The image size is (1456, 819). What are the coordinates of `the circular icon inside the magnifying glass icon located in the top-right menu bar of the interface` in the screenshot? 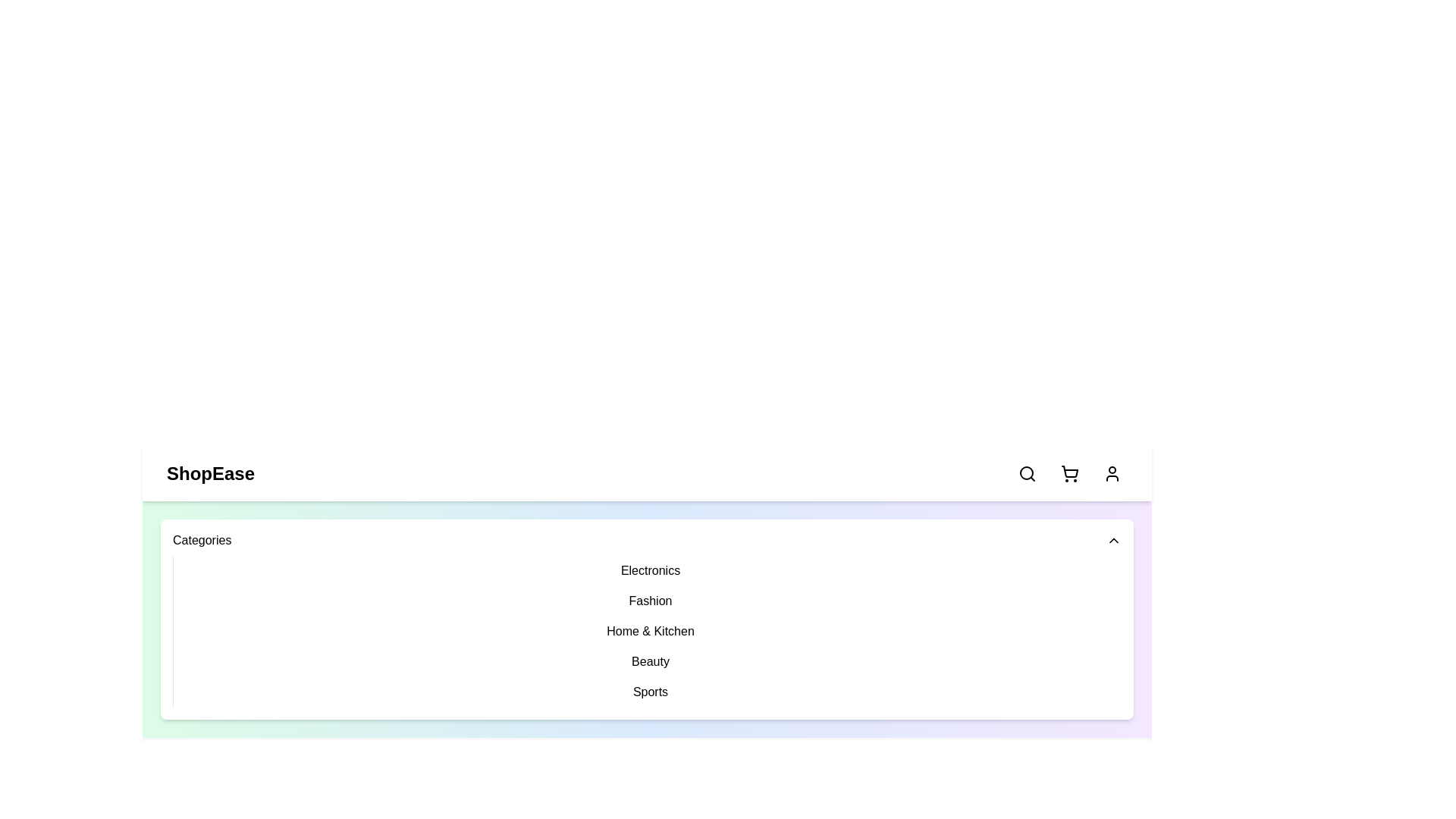 It's located at (1026, 472).